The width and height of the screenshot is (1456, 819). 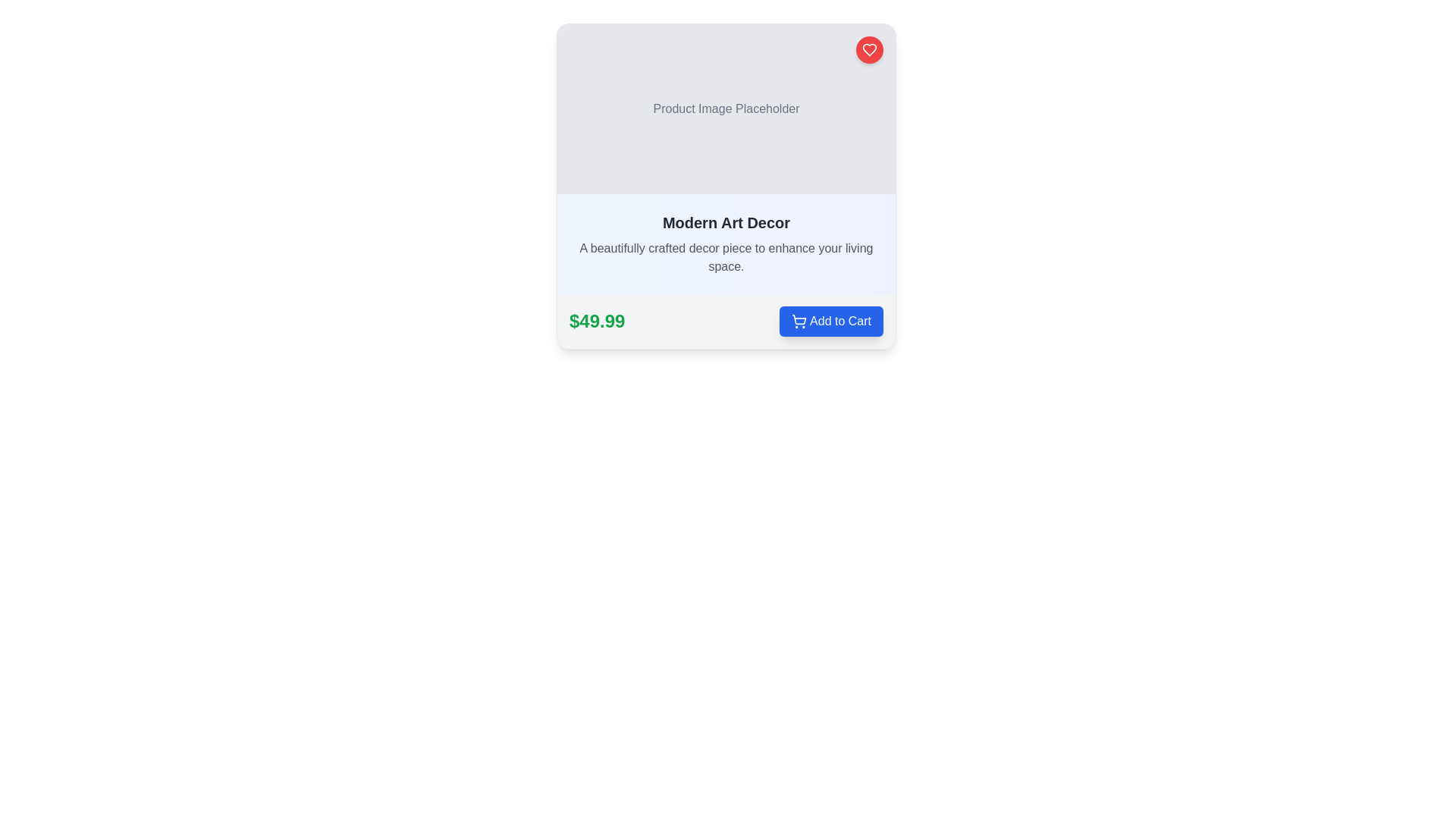 What do you see at coordinates (799, 318) in the screenshot?
I see `the shopping cart icon element which is part of the SVG vector graphic in the bottom-right corner of the card layout, adjacent to the 'Add to Cart' button` at bounding box center [799, 318].